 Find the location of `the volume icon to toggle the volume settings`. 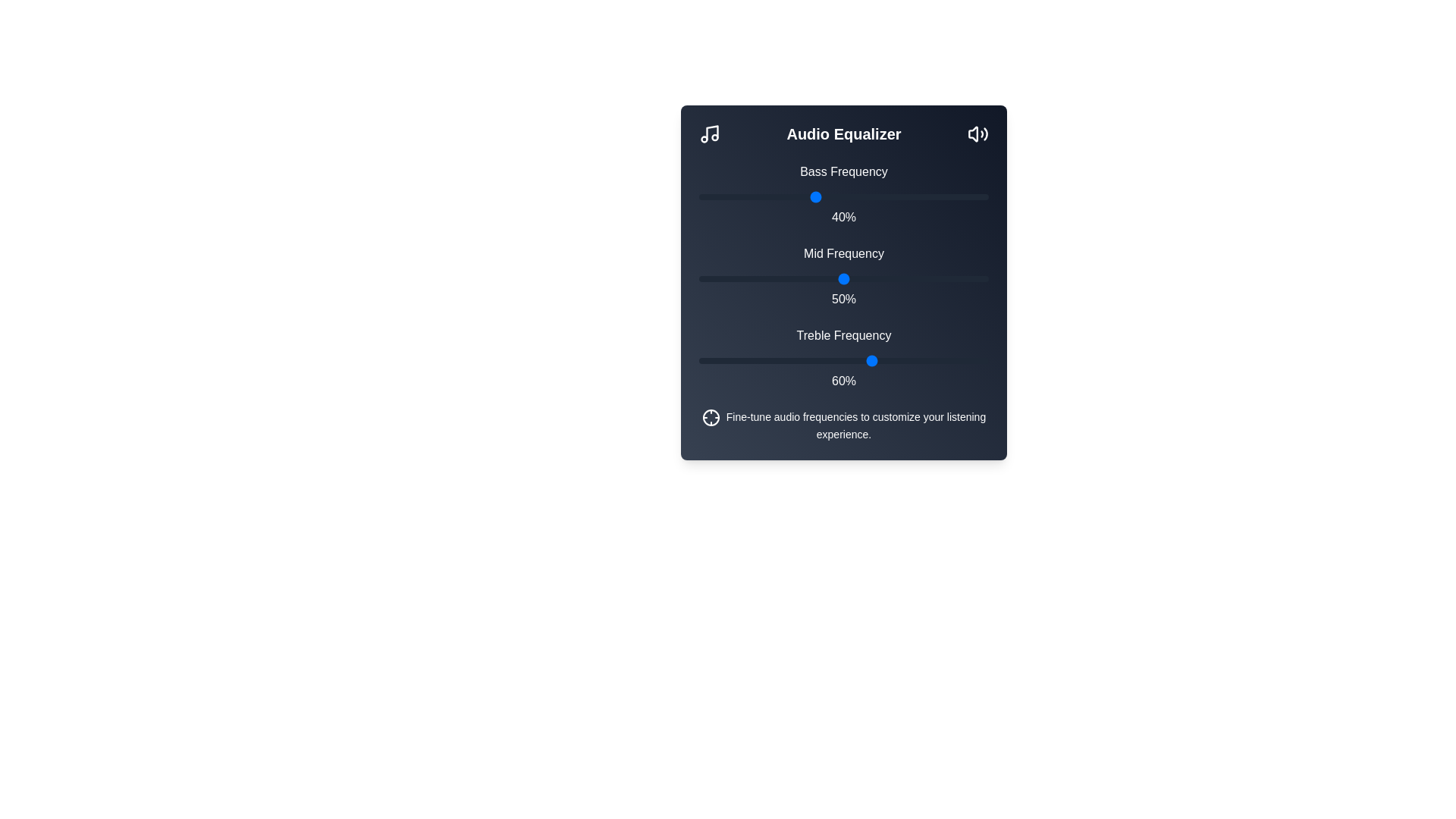

the volume icon to toggle the volume settings is located at coordinates (978, 133).